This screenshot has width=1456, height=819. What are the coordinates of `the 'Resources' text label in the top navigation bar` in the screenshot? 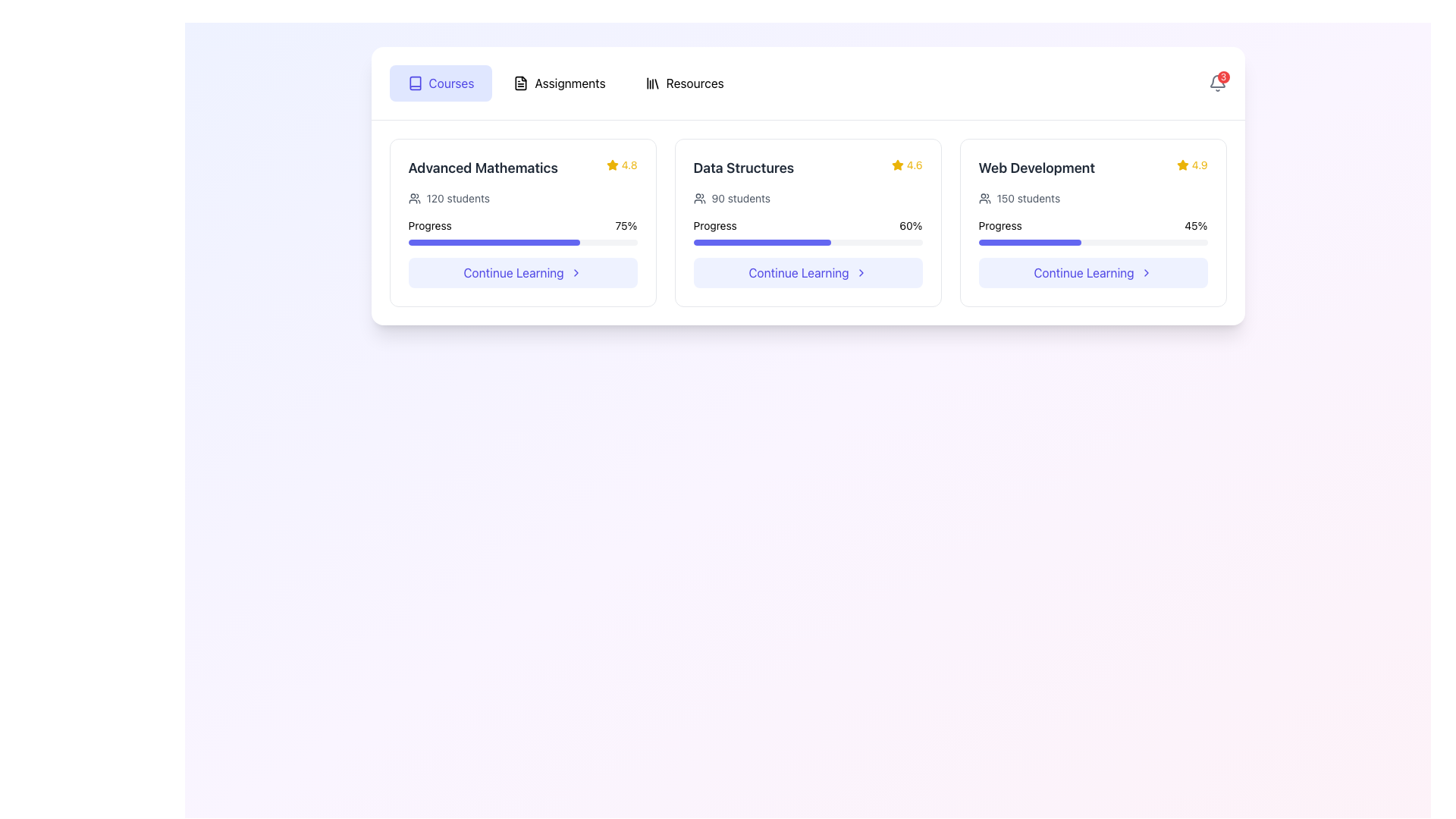 It's located at (694, 83).